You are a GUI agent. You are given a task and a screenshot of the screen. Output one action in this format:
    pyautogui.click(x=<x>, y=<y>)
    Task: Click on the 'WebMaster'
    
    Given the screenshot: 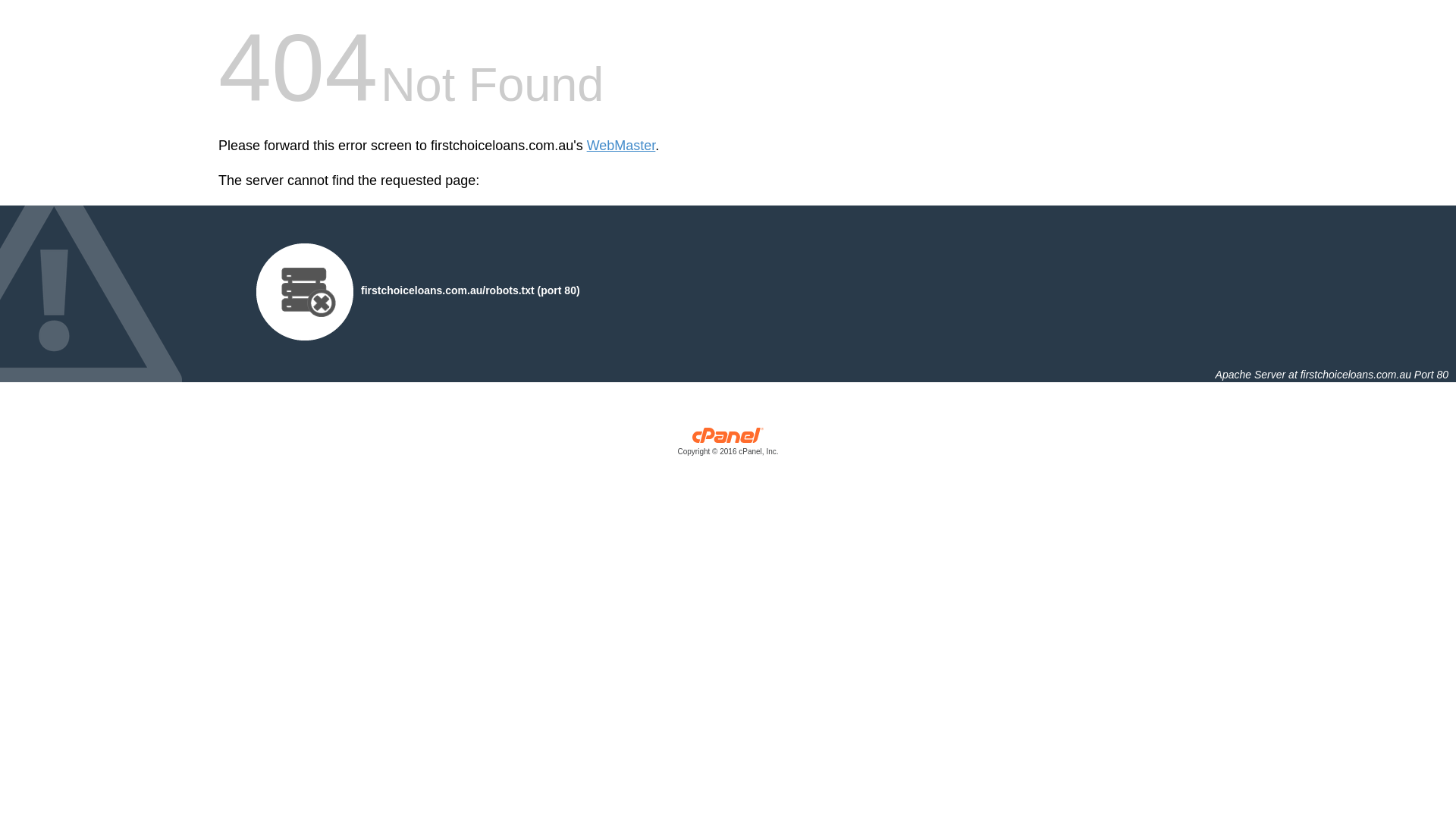 What is the action you would take?
    pyautogui.click(x=621, y=146)
    